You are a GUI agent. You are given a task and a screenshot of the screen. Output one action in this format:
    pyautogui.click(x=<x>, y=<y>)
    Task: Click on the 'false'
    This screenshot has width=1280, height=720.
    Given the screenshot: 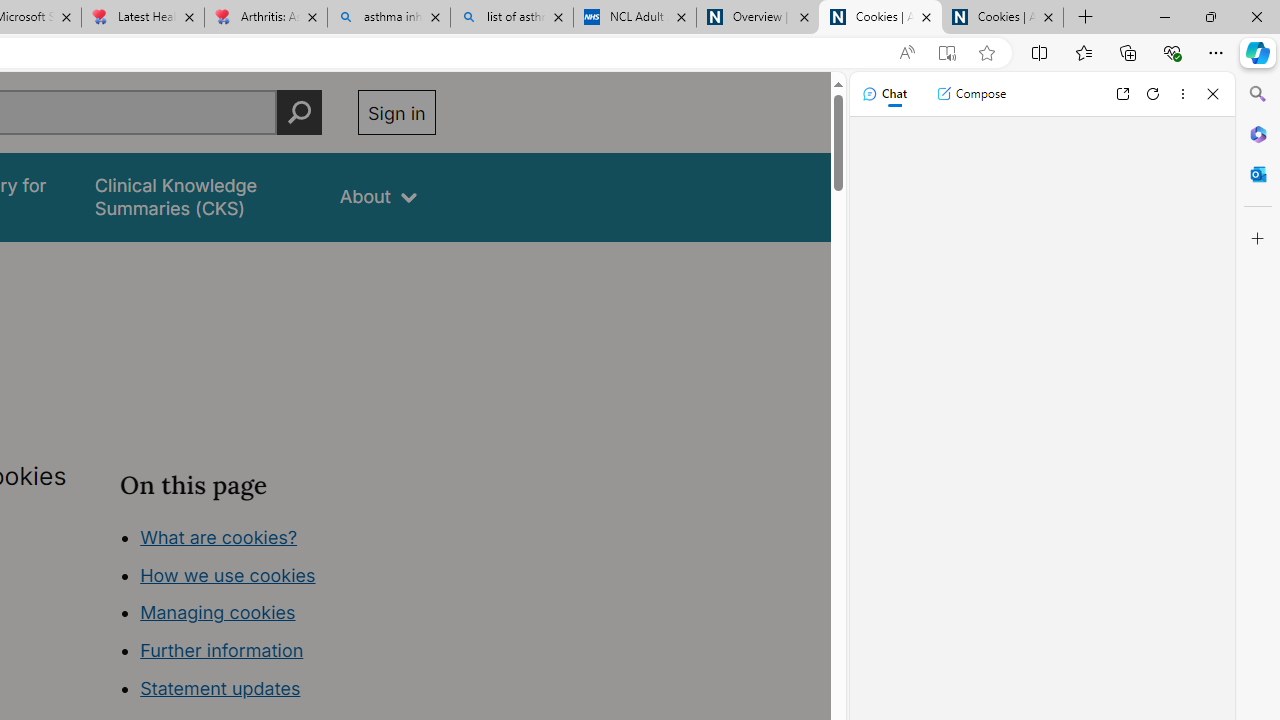 What is the action you would take?
    pyautogui.click(x=199, y=197)
    